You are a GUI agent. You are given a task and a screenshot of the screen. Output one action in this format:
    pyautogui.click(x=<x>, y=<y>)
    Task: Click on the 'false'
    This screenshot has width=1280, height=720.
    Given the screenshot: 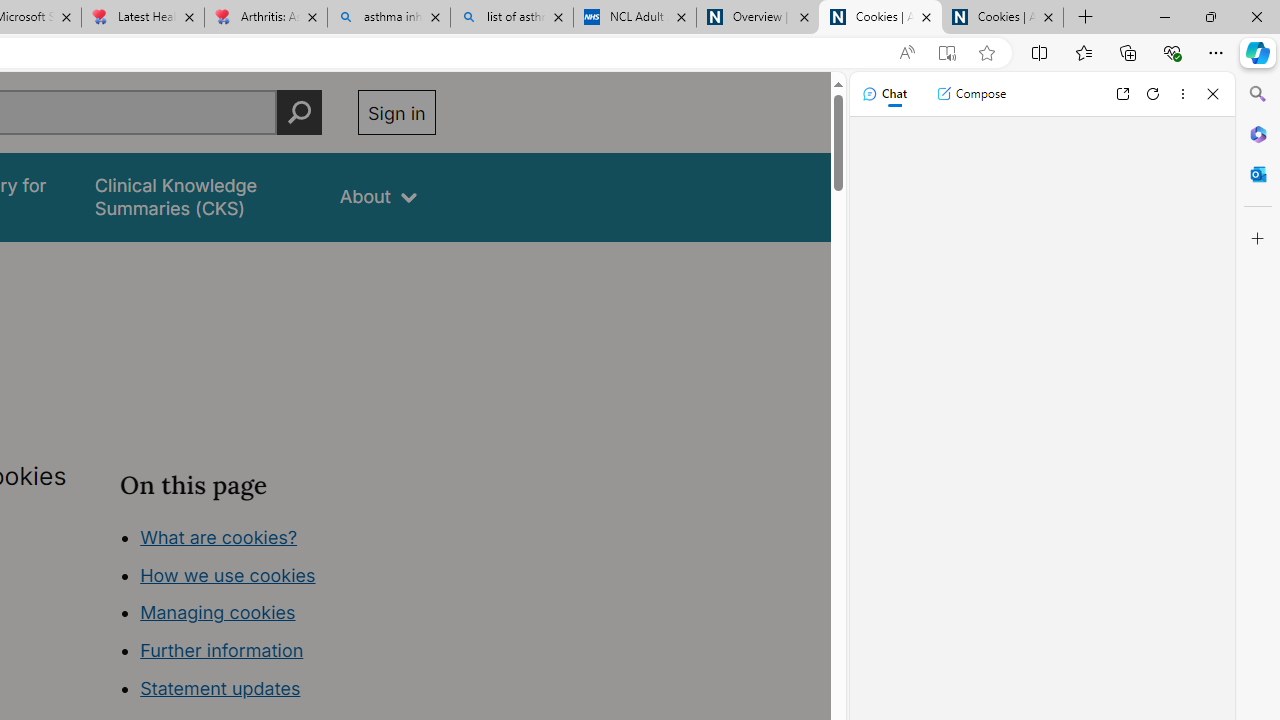 What is the action you would take?
    pyautogui.click(x=199, y=197)
    